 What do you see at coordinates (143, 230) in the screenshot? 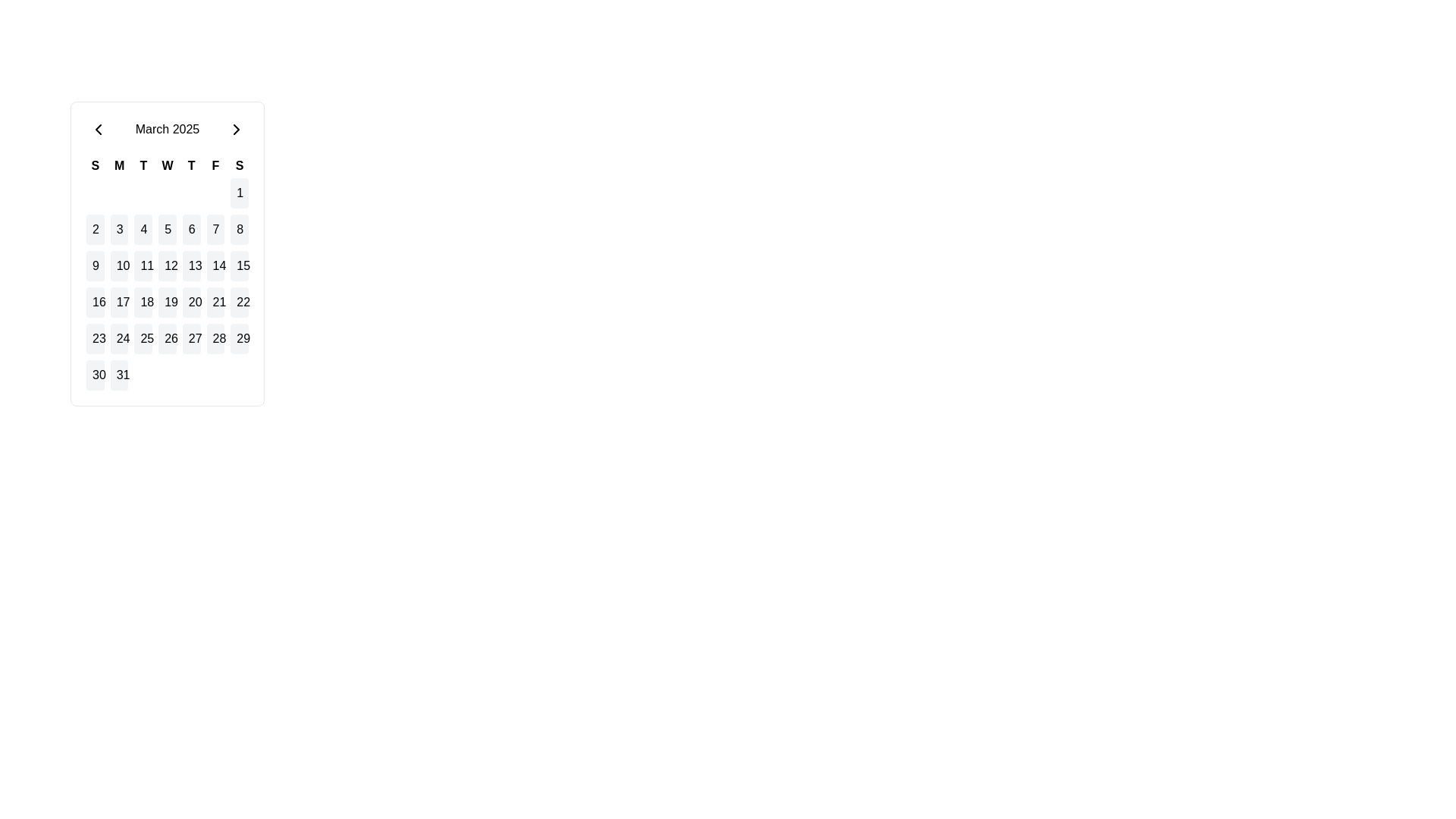
I see `the button displaying the number '4' in the numeric grid under 'March 2025'` at bounding box center [143, 230].